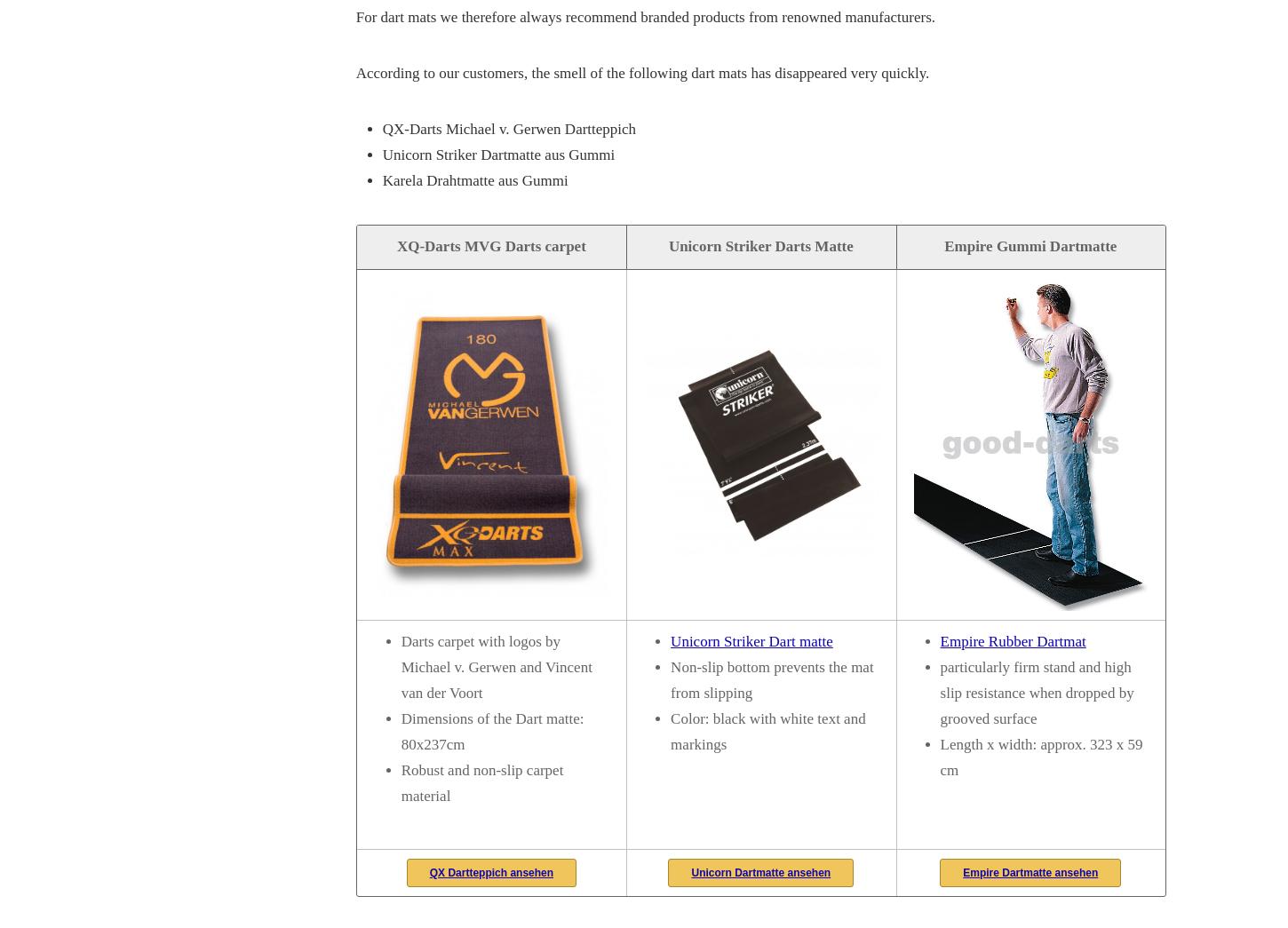  Describe the element at coordinates (1040, 756) in the screenshot. I see `'Length x width: approx. 323 x 59 cm'` at that location.